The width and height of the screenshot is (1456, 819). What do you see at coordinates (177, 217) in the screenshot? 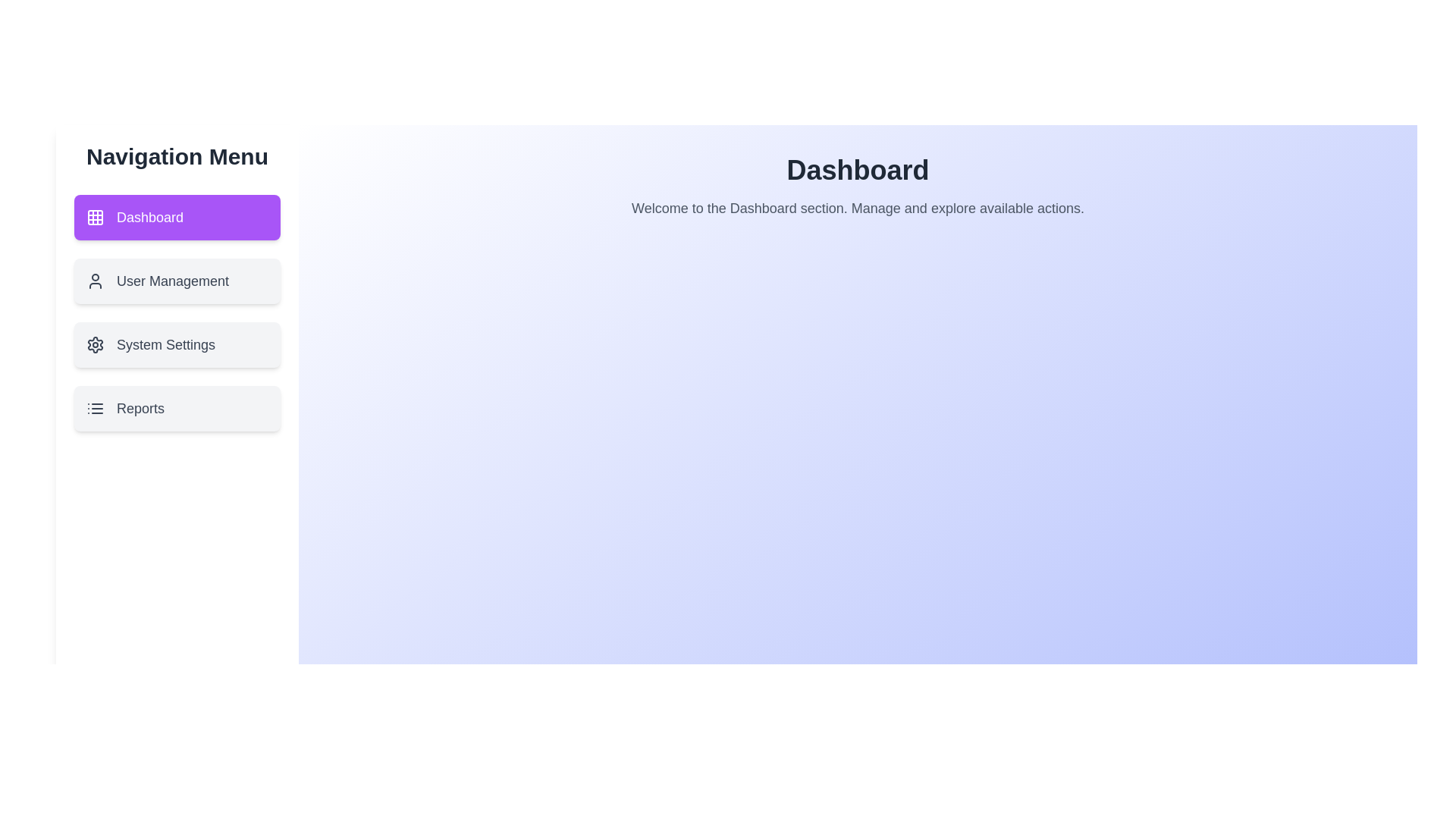
I see `the menu item labeled Dashboard to navigate to its corresponding section` at bounding box center [177, 217].